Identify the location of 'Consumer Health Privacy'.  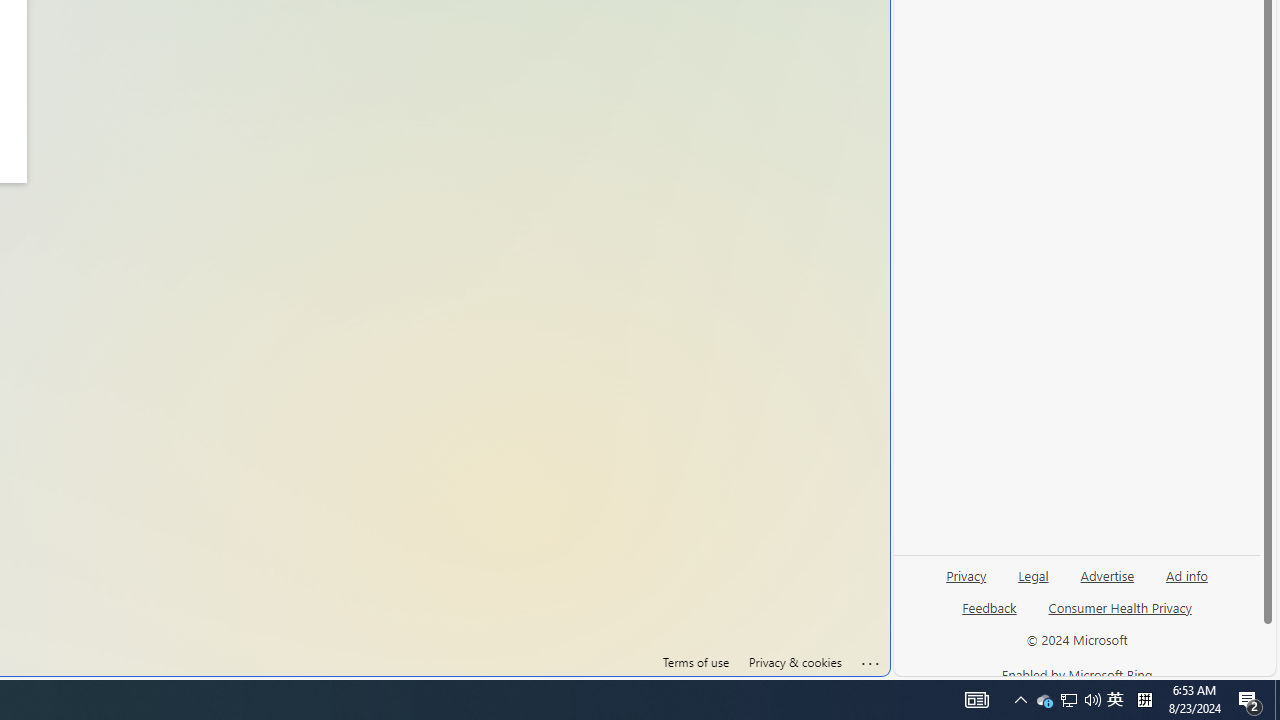
(1120, 614).